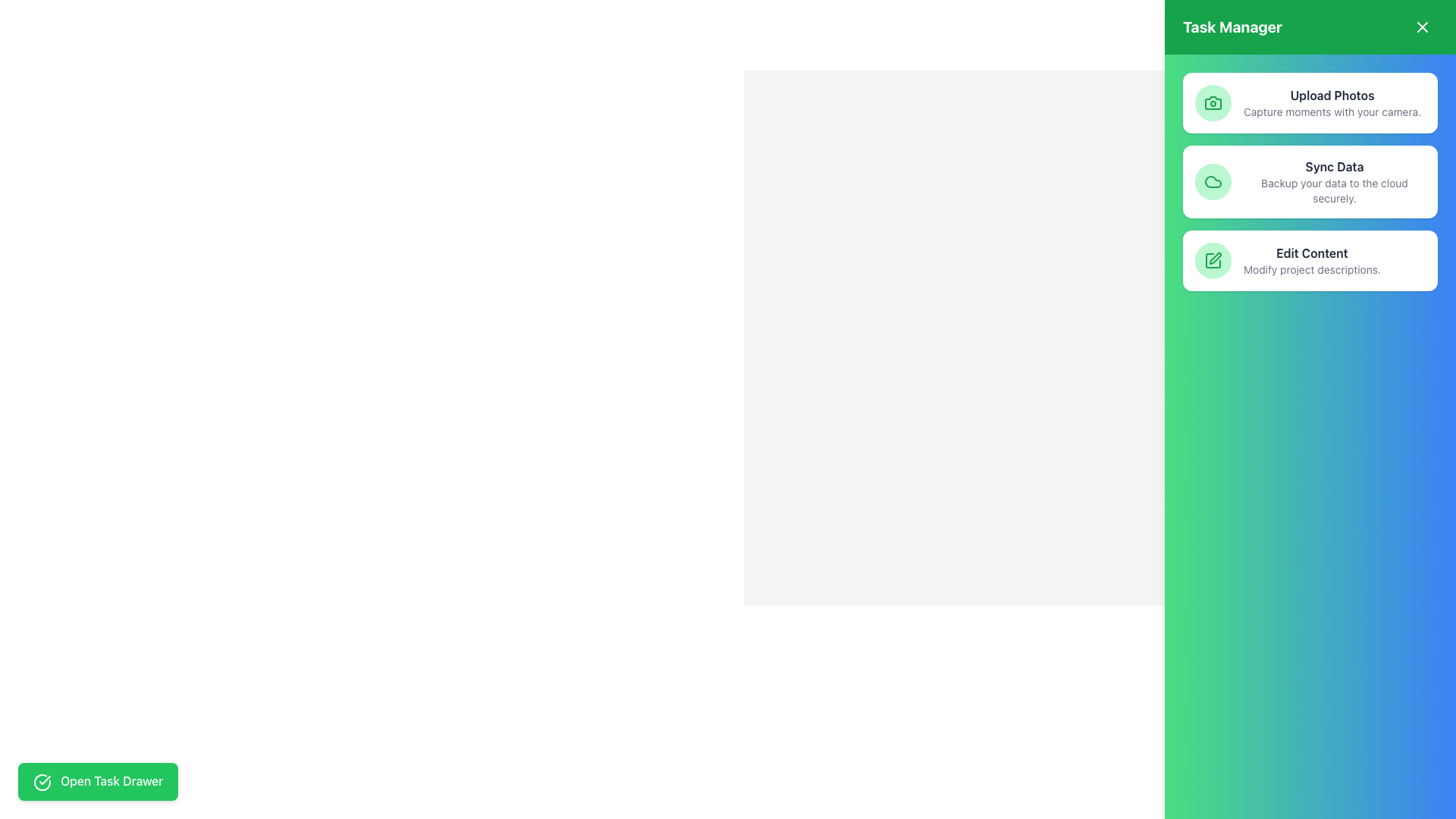 Image resolution: width=1456 pixels, height=819 pixels. I want to click on the third card in the vertically stacked list within the 'Task Manager' panel that provides the 'Edit Content' functionality, so click(1310, 259).